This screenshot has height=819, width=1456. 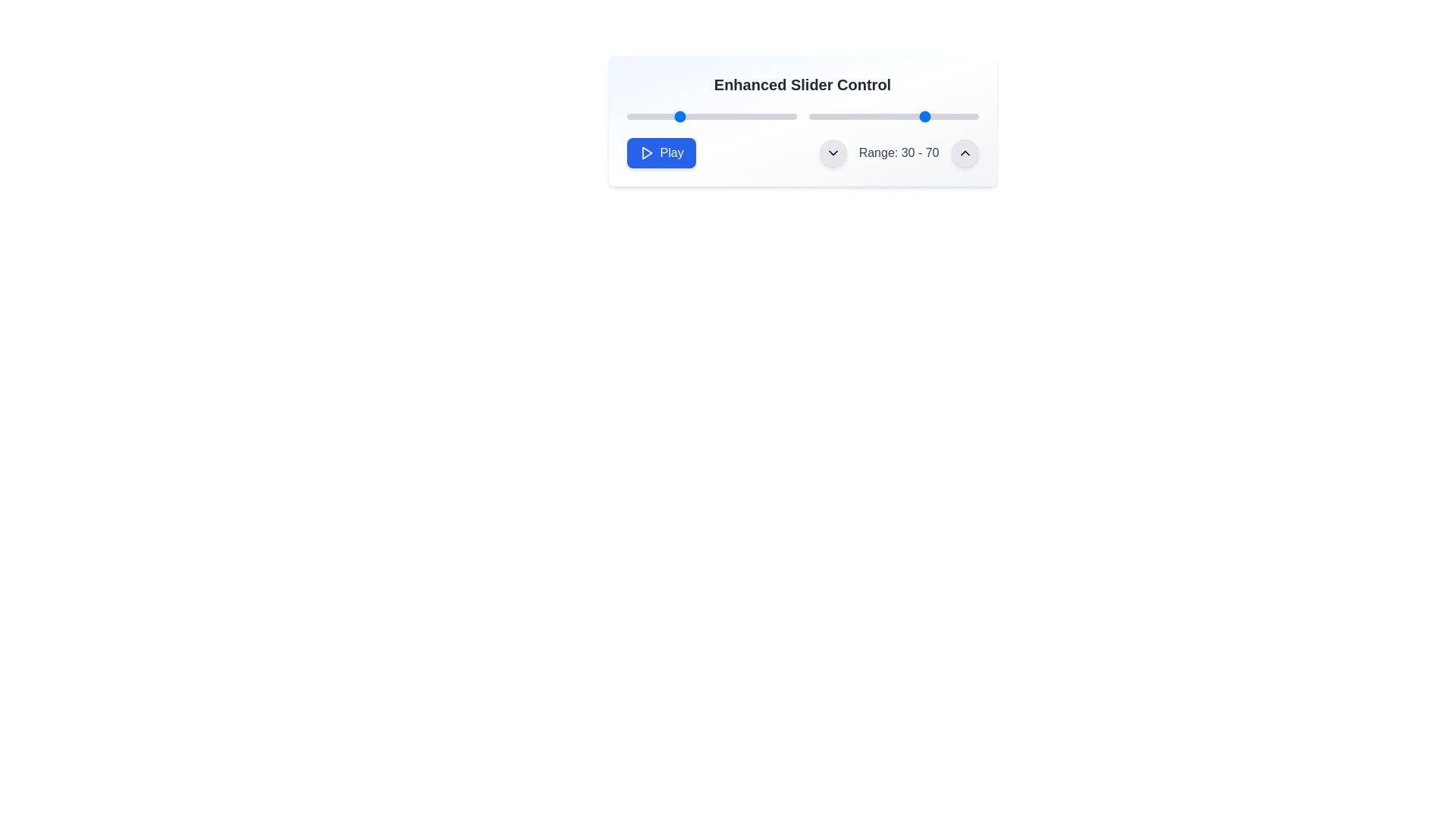 I want to click on the Static Text Display that shows 'Range: 30 - 70', which is centrally located between two circular buttons with downward and upward chevron icons, so click(x=899, y=152).